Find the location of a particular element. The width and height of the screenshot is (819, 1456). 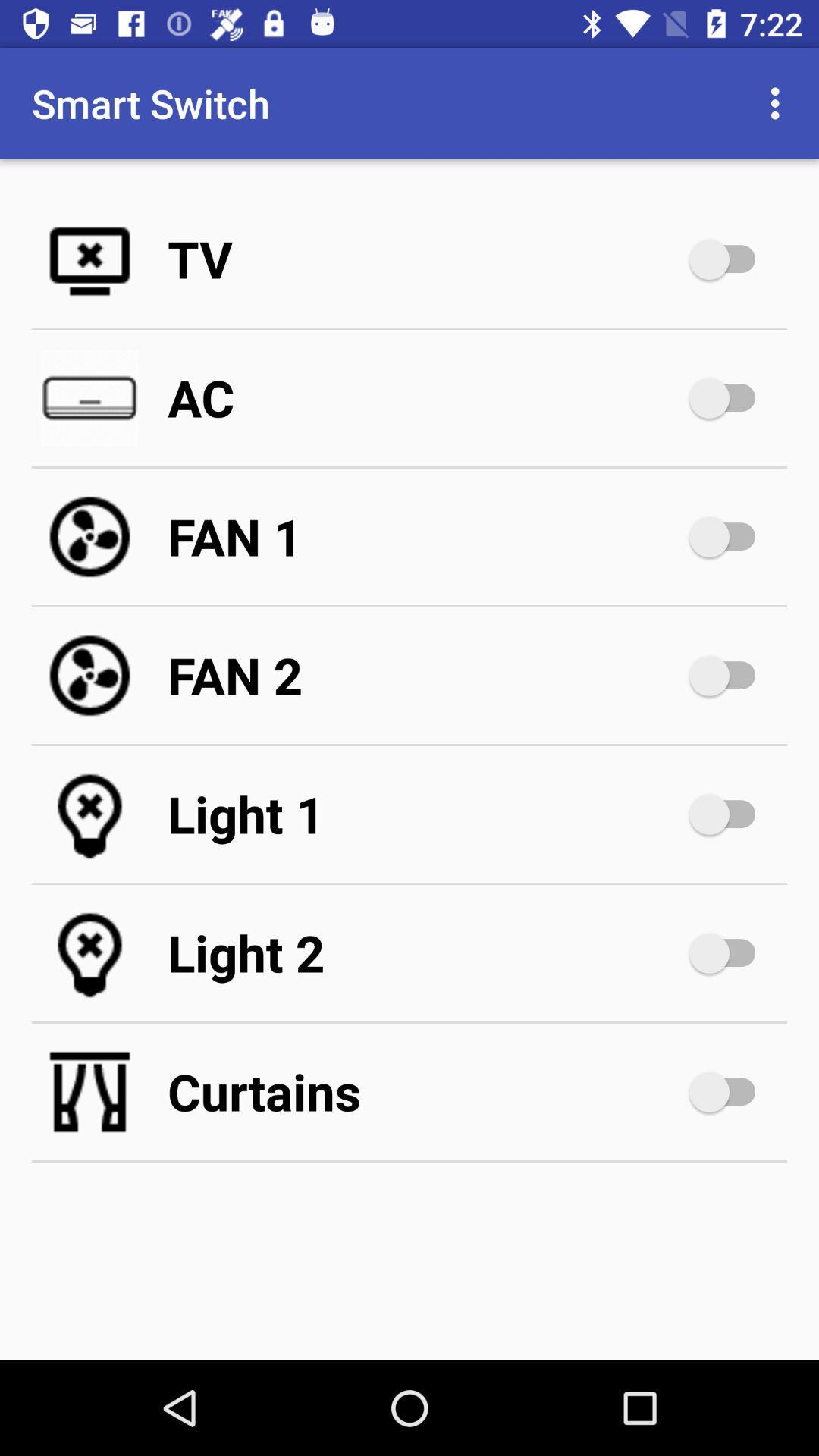

the fan 1 icon is located at coordinates (425, 537).